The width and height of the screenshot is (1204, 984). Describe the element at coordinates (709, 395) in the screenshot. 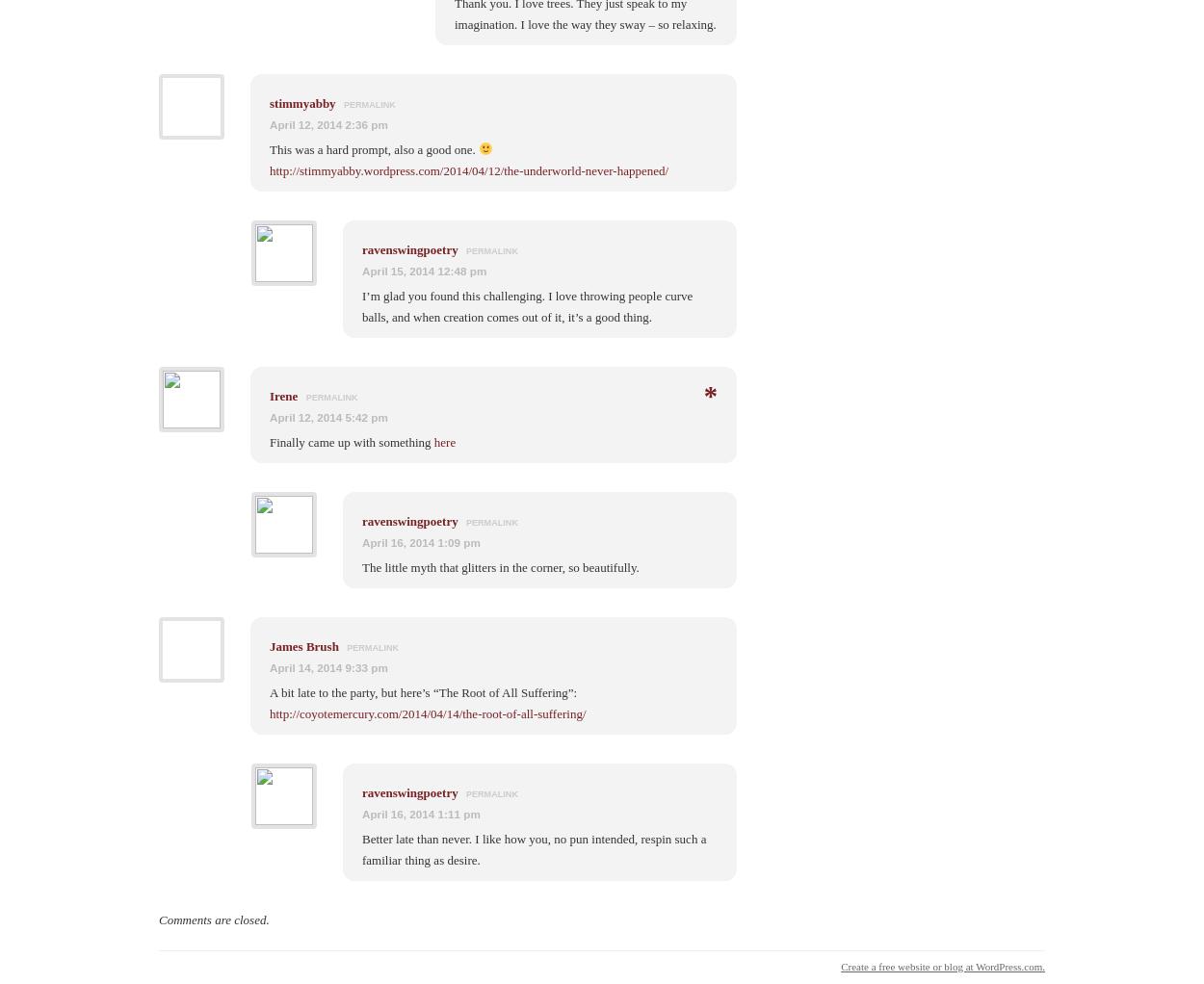

I see `'*'` at that location.